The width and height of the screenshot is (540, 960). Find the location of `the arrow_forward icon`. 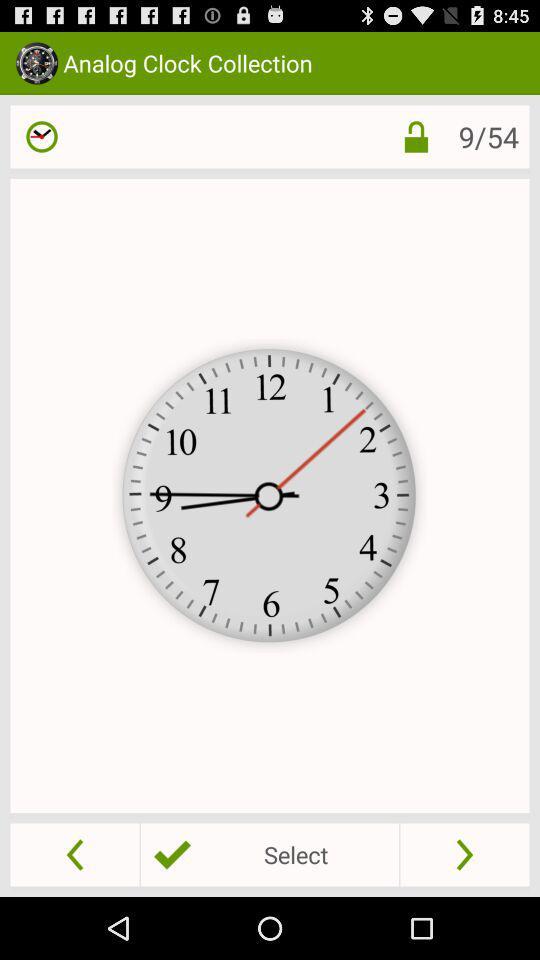

the arrow_forward icon is located at coordinates (464, 915).